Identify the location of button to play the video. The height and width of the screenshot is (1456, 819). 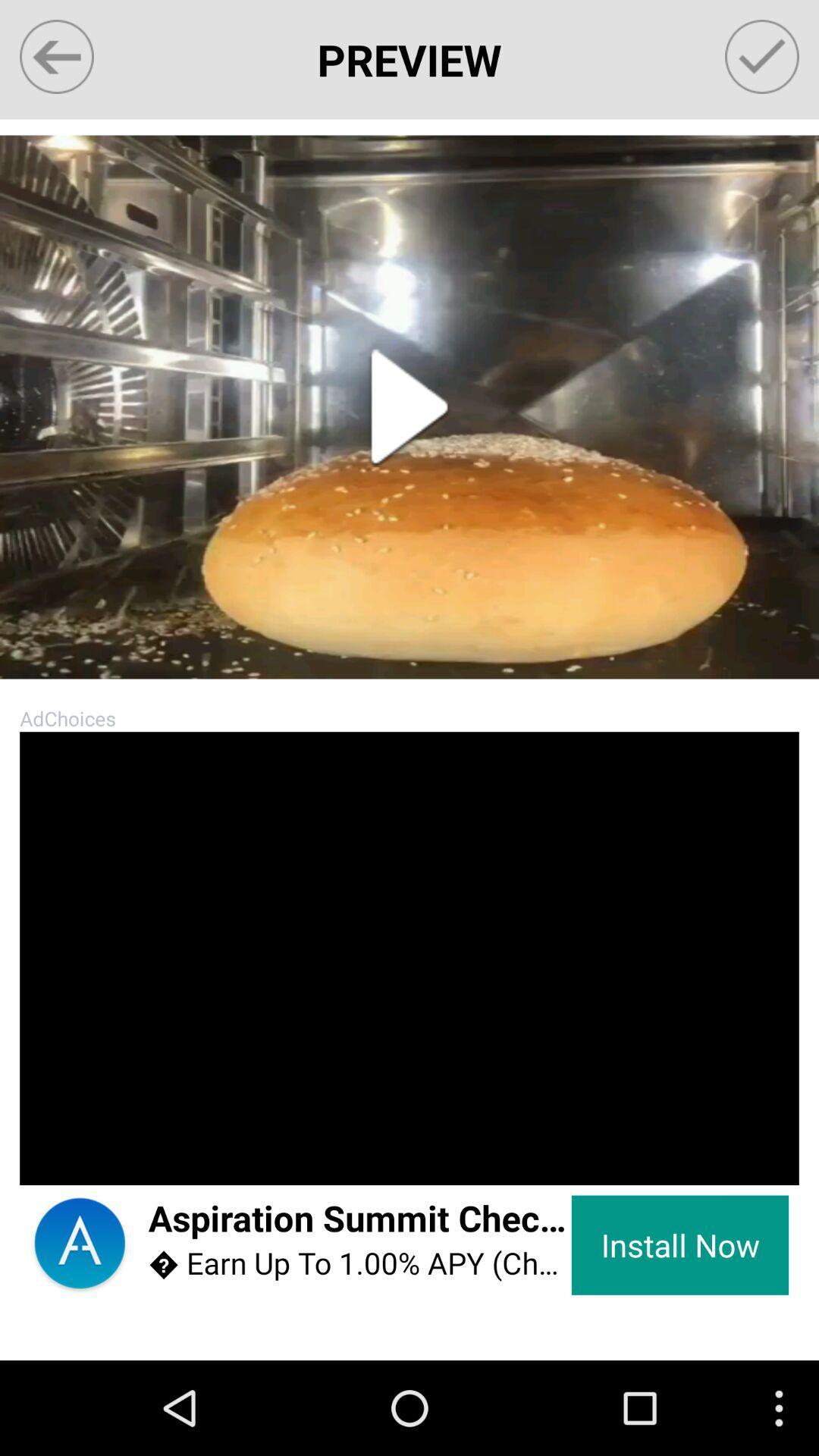
(409, 407).